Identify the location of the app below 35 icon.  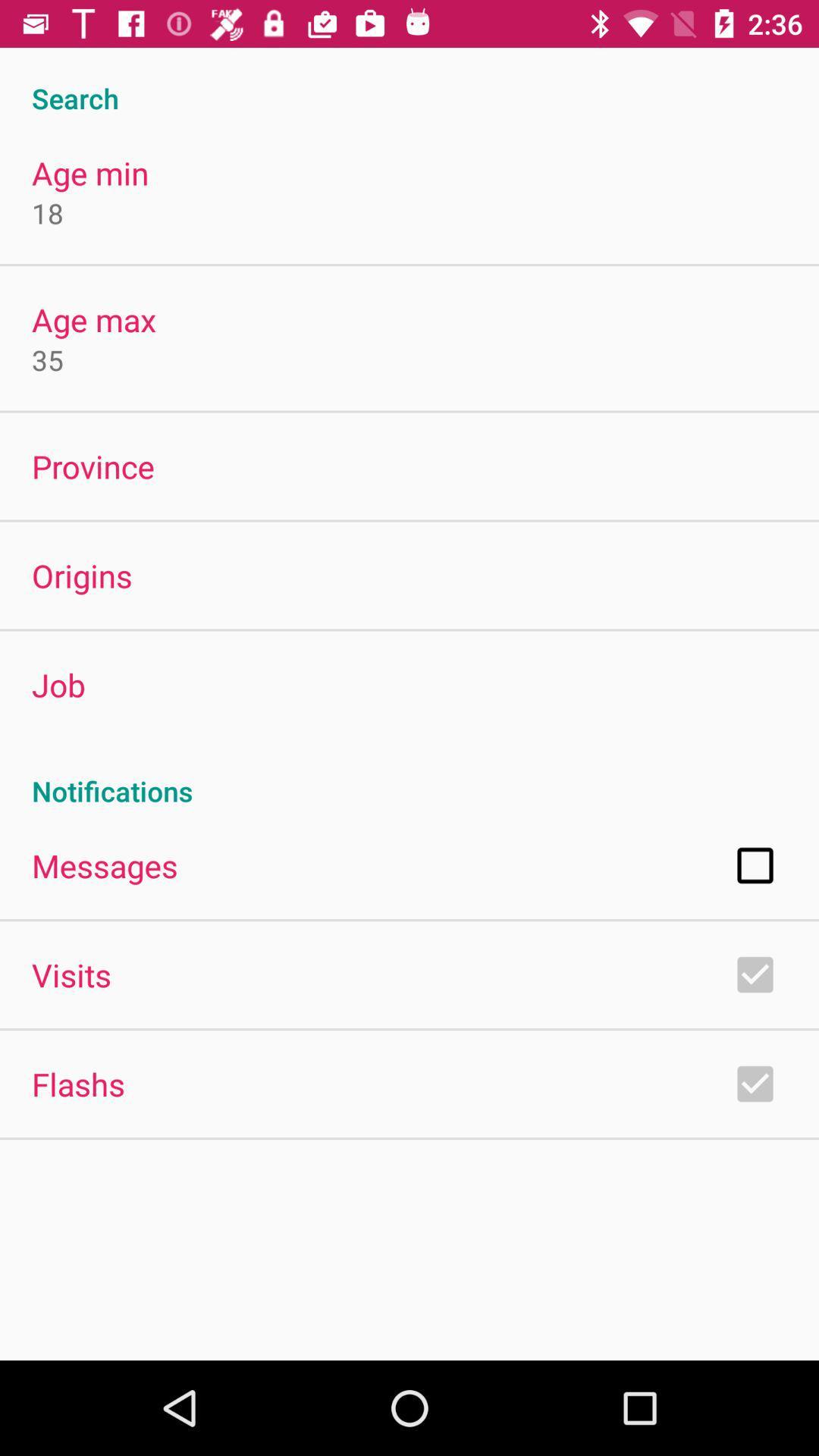
(93, 465).